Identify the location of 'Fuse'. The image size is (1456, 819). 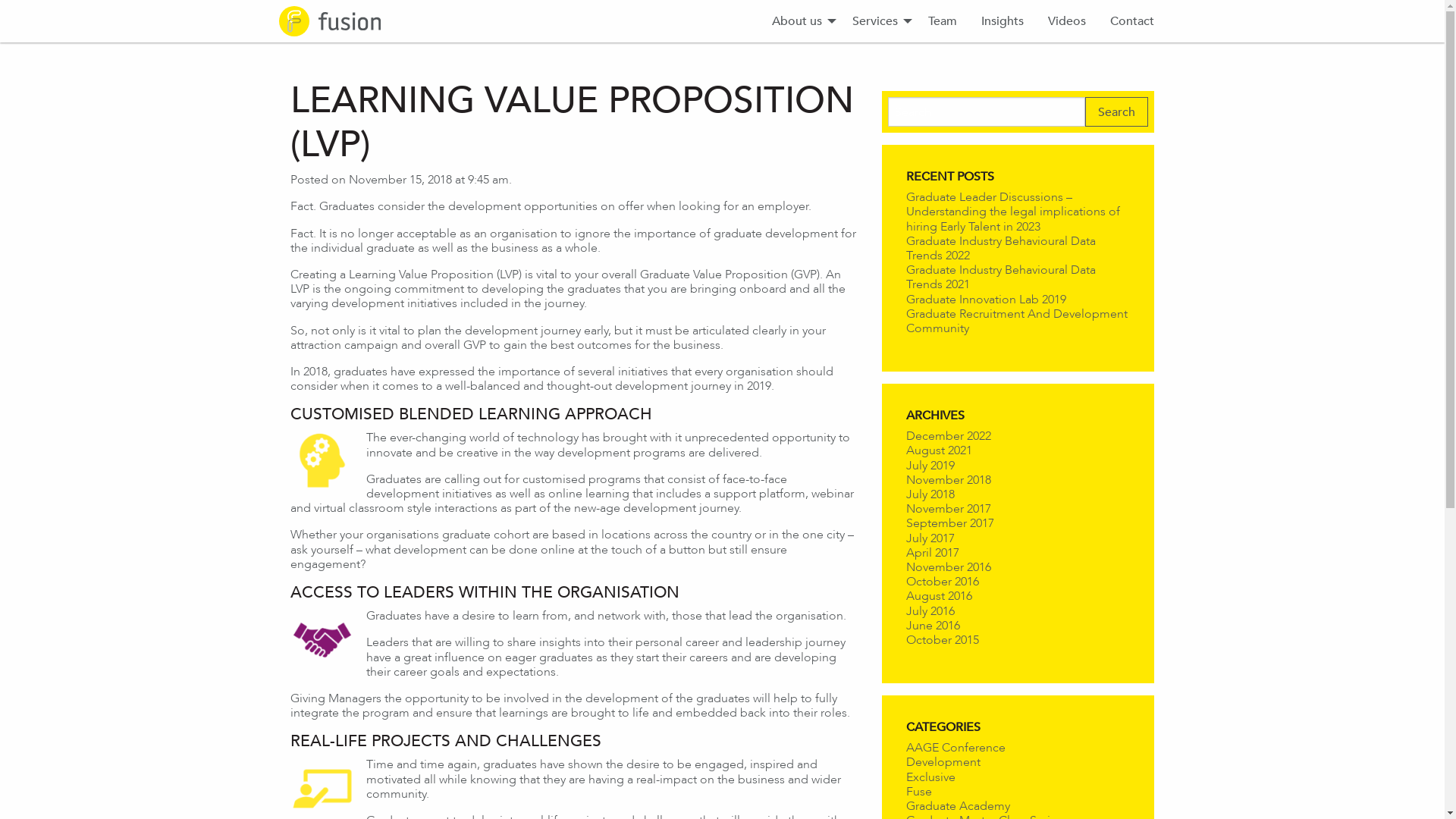
(905, 790).